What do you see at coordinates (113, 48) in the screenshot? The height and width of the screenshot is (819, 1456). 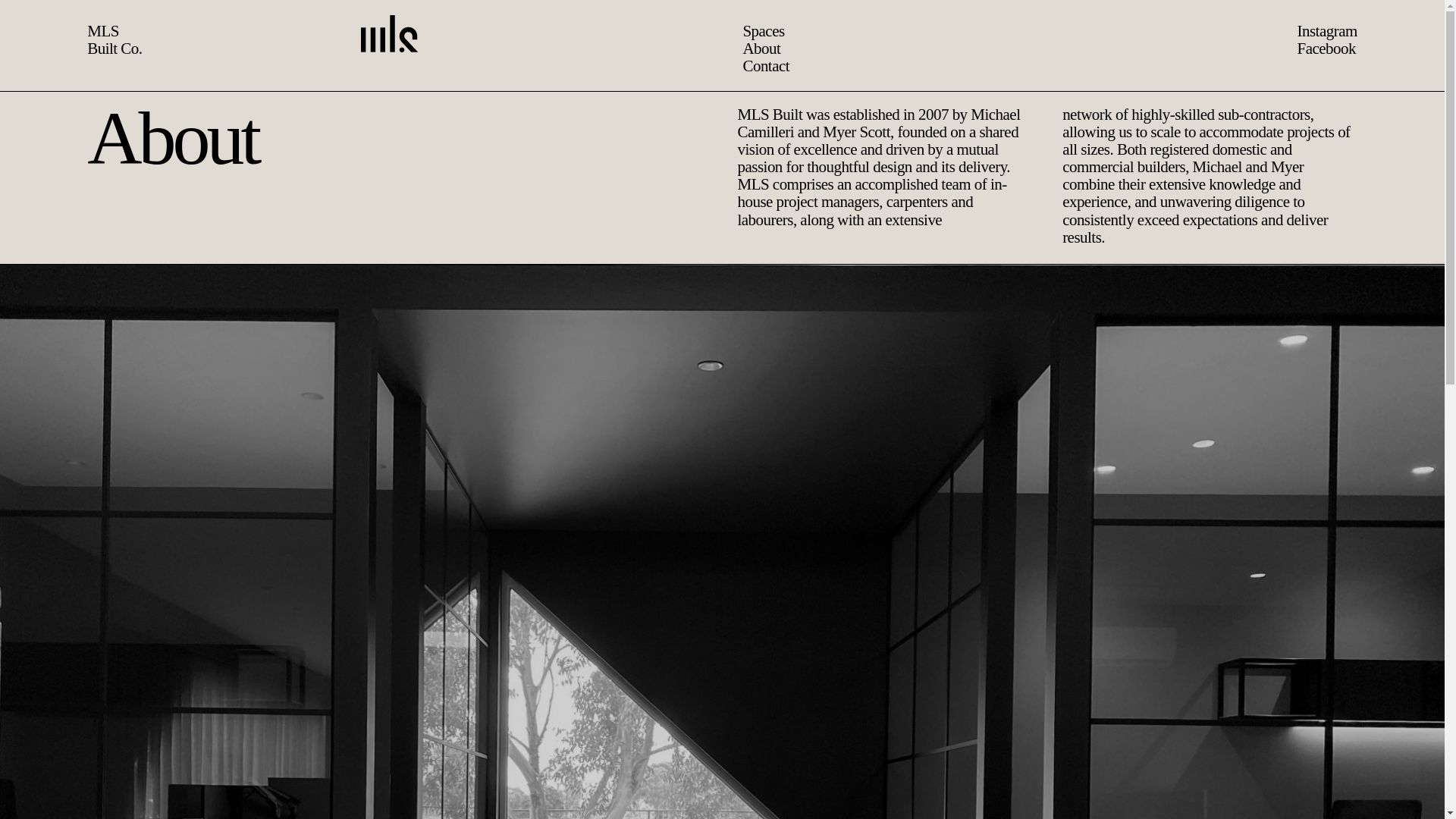 I see `'Built Co.'` at bounding box center [113, 48].